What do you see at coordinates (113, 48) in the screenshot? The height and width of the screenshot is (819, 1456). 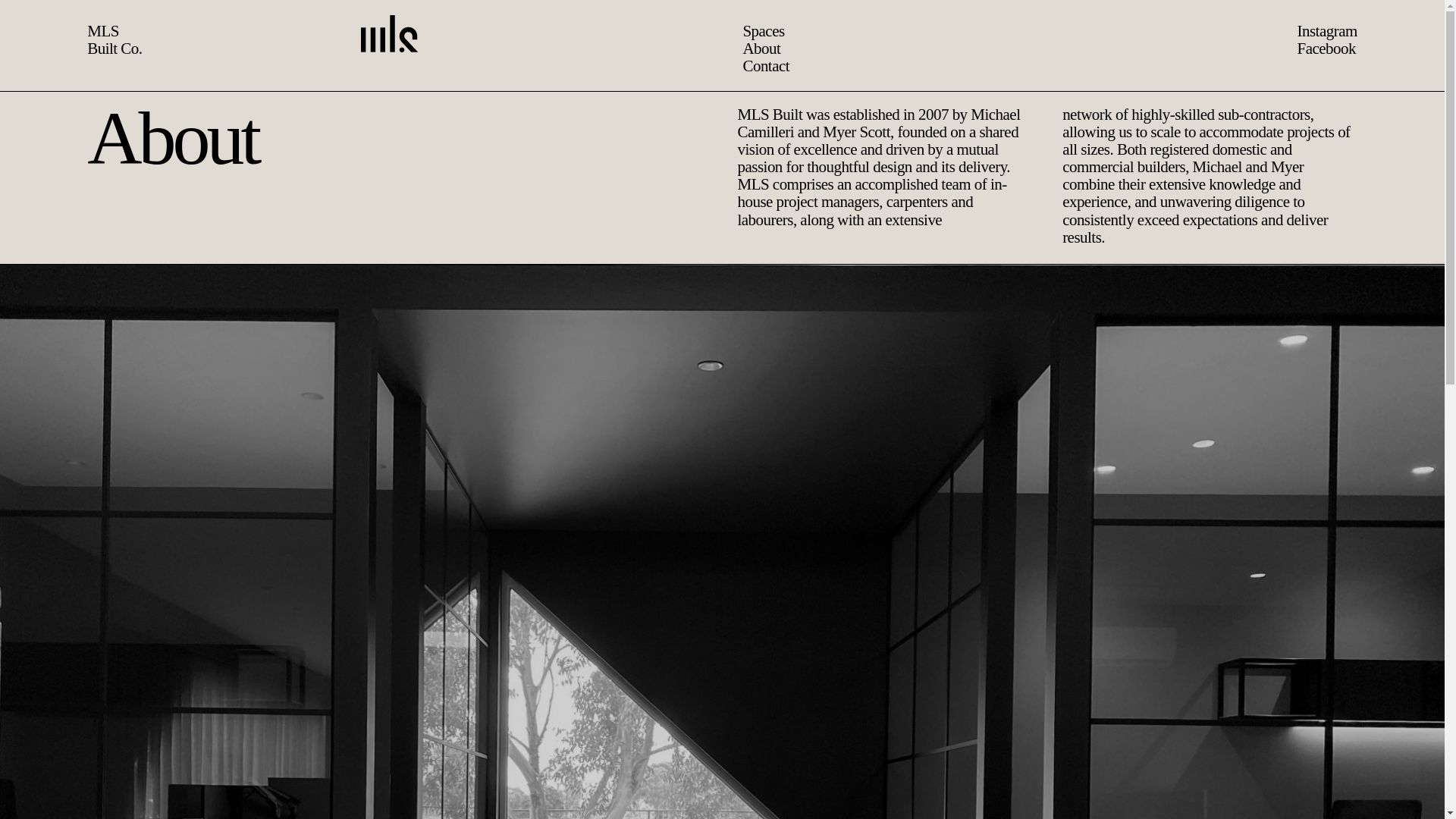 I see `'Built Co.'` at bounding box center [113, 48].